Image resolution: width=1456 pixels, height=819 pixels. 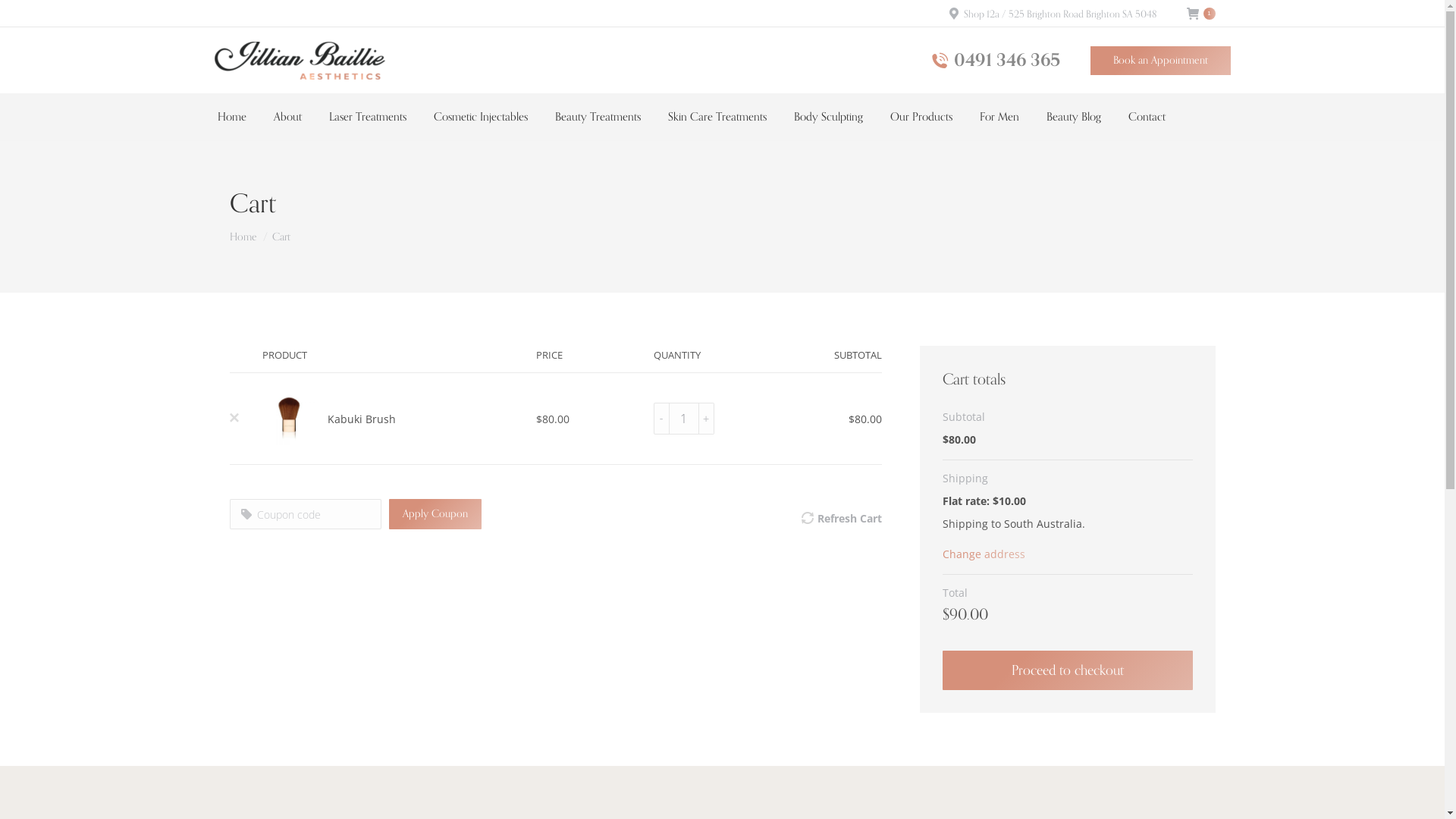 What do you see at coordinates (327, 418) in the screenshot?
I see `'Kabuki Brush'` at bounding box center [327, 418].